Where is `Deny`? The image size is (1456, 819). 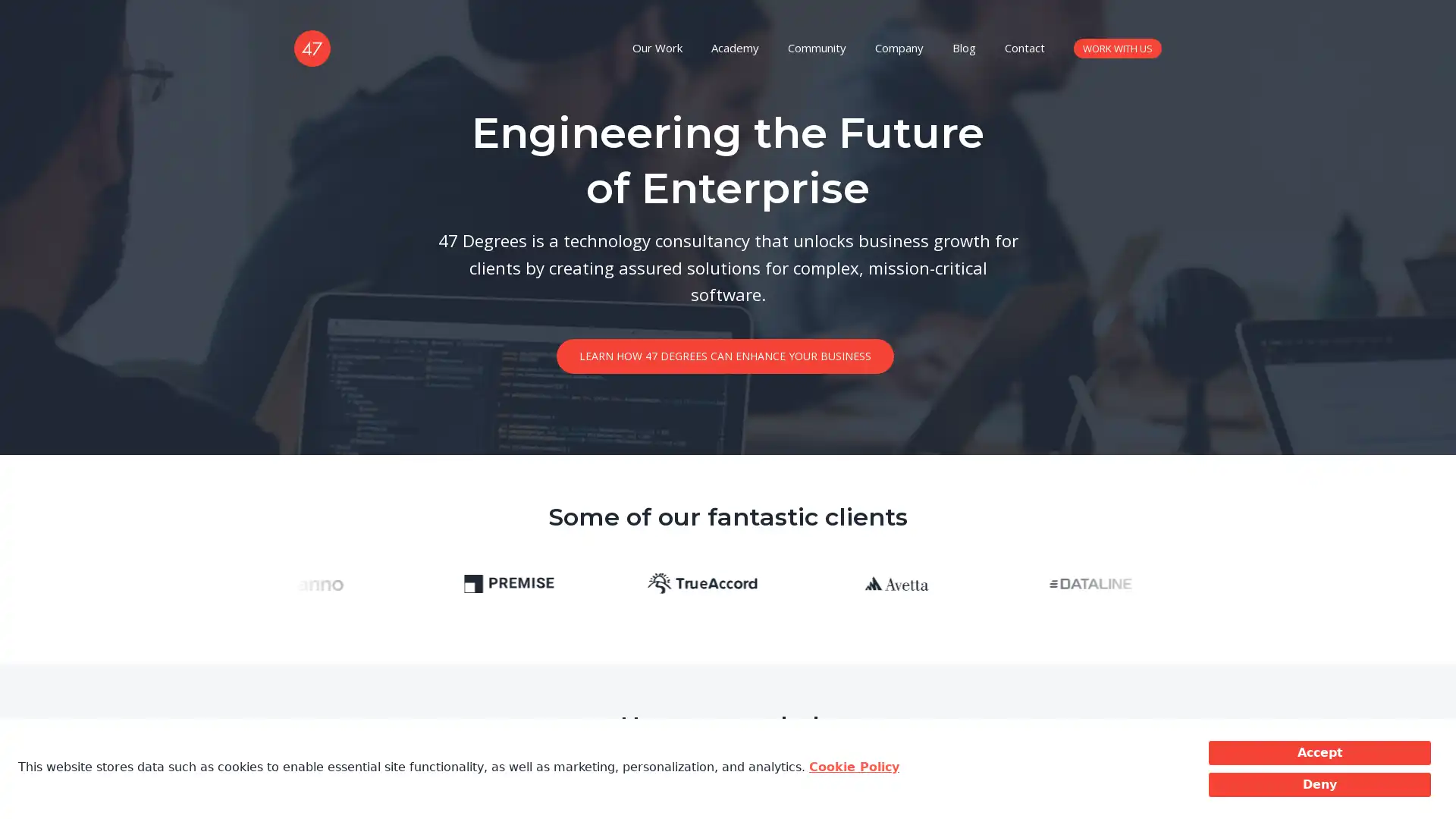 Deny is located at coordinates (1319, 784).